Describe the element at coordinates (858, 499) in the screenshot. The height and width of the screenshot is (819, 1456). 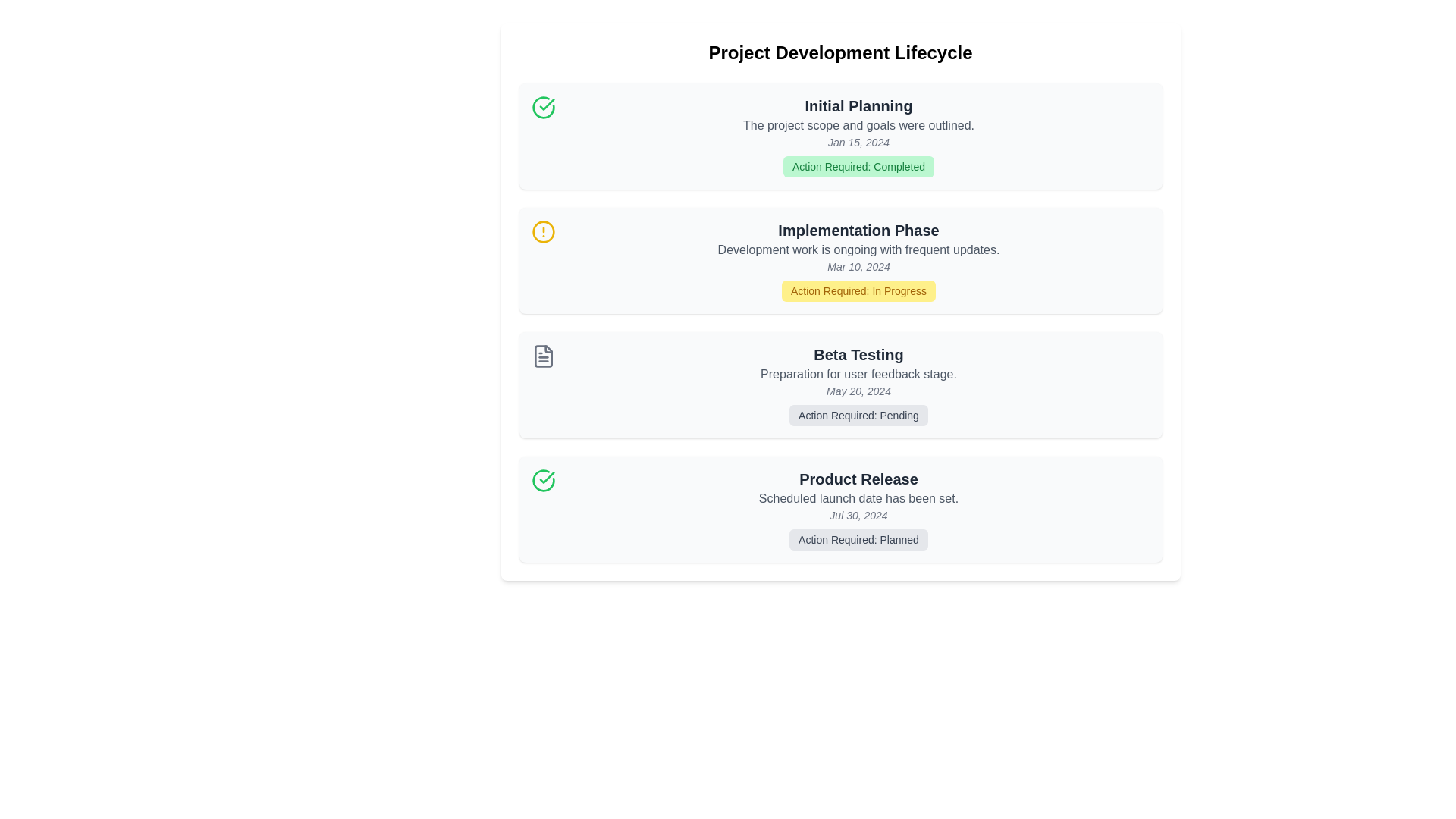
I see `the static text that conveys the scheduled launch date message, located below the title 'Product Release' and above the date 'Jul 30, 2024'` at that location.